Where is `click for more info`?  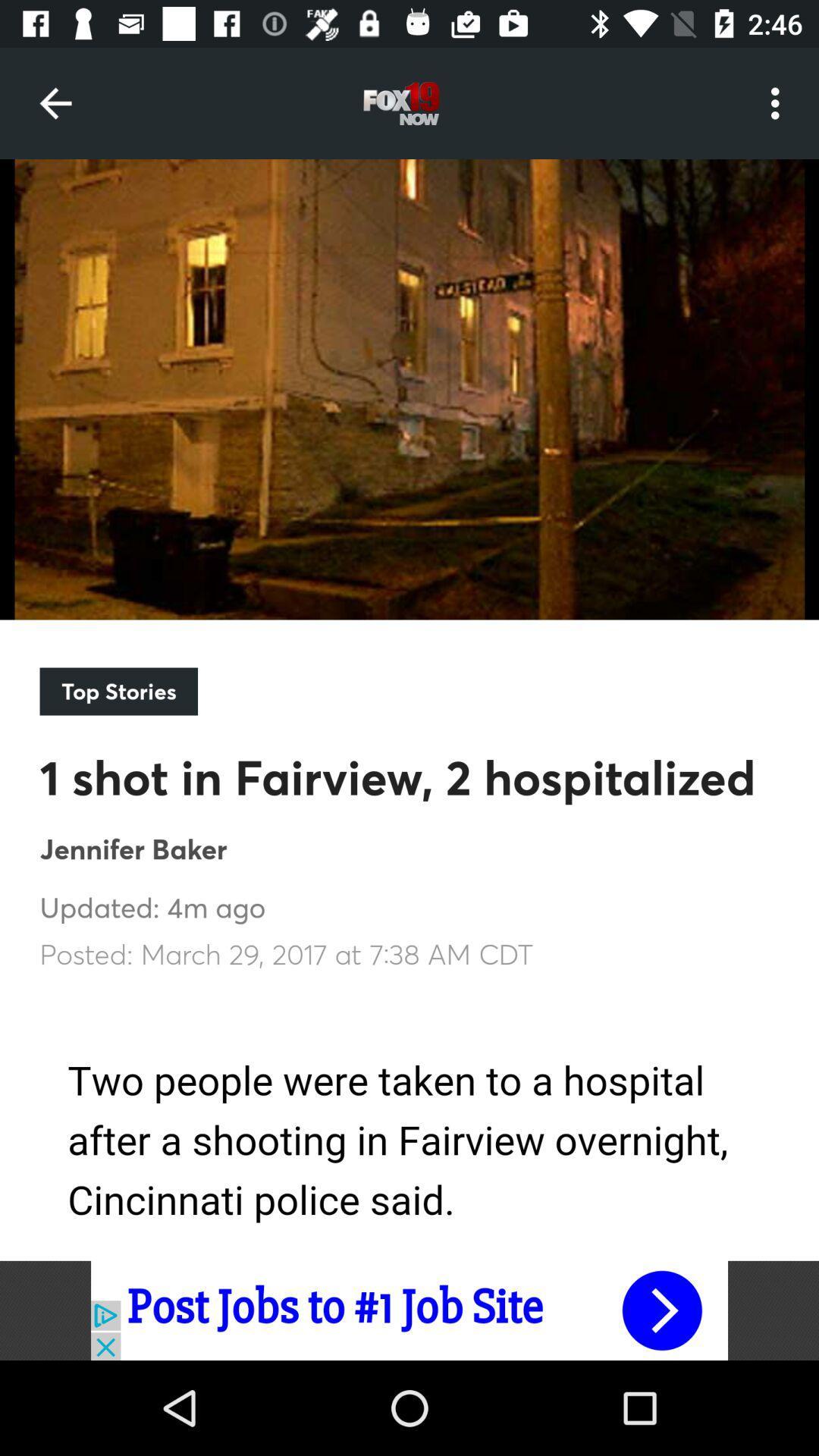 click for more info is located at coordinates (409, 1310).